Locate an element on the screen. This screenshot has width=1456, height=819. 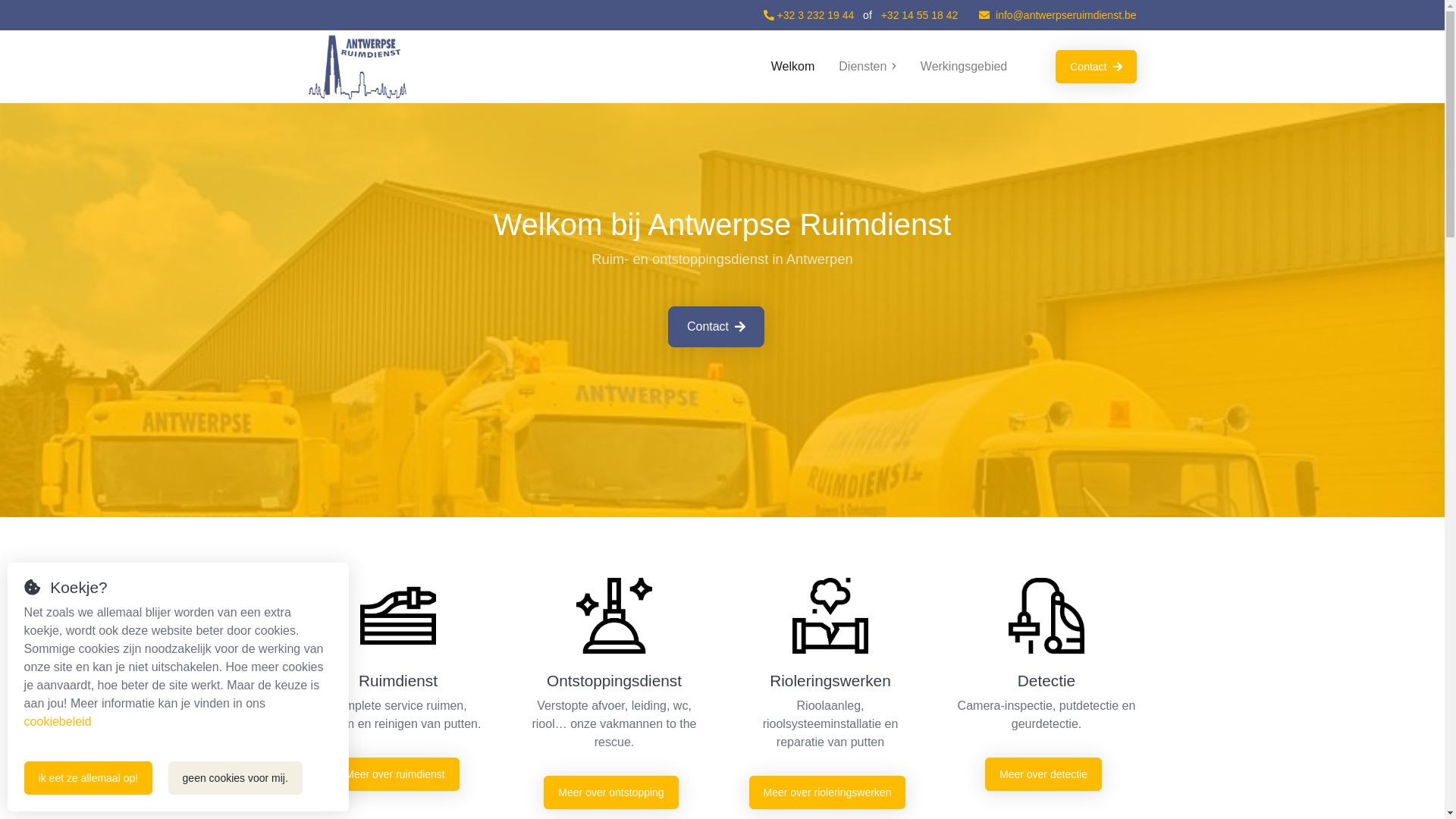
'Diensten' is located at coordinates (867, 66).